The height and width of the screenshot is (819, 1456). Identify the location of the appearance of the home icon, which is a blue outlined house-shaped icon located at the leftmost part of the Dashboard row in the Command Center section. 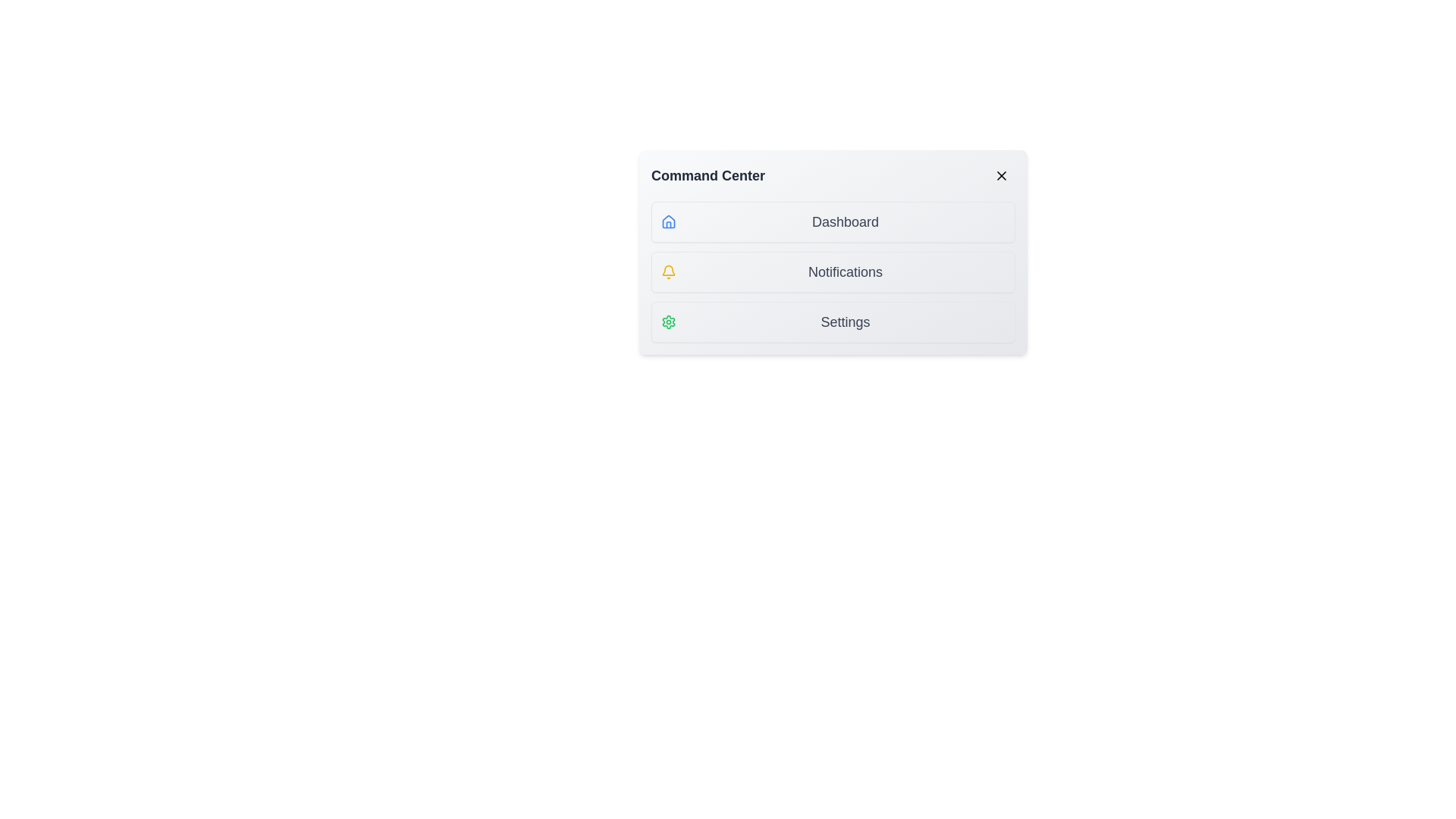
(668, 222).